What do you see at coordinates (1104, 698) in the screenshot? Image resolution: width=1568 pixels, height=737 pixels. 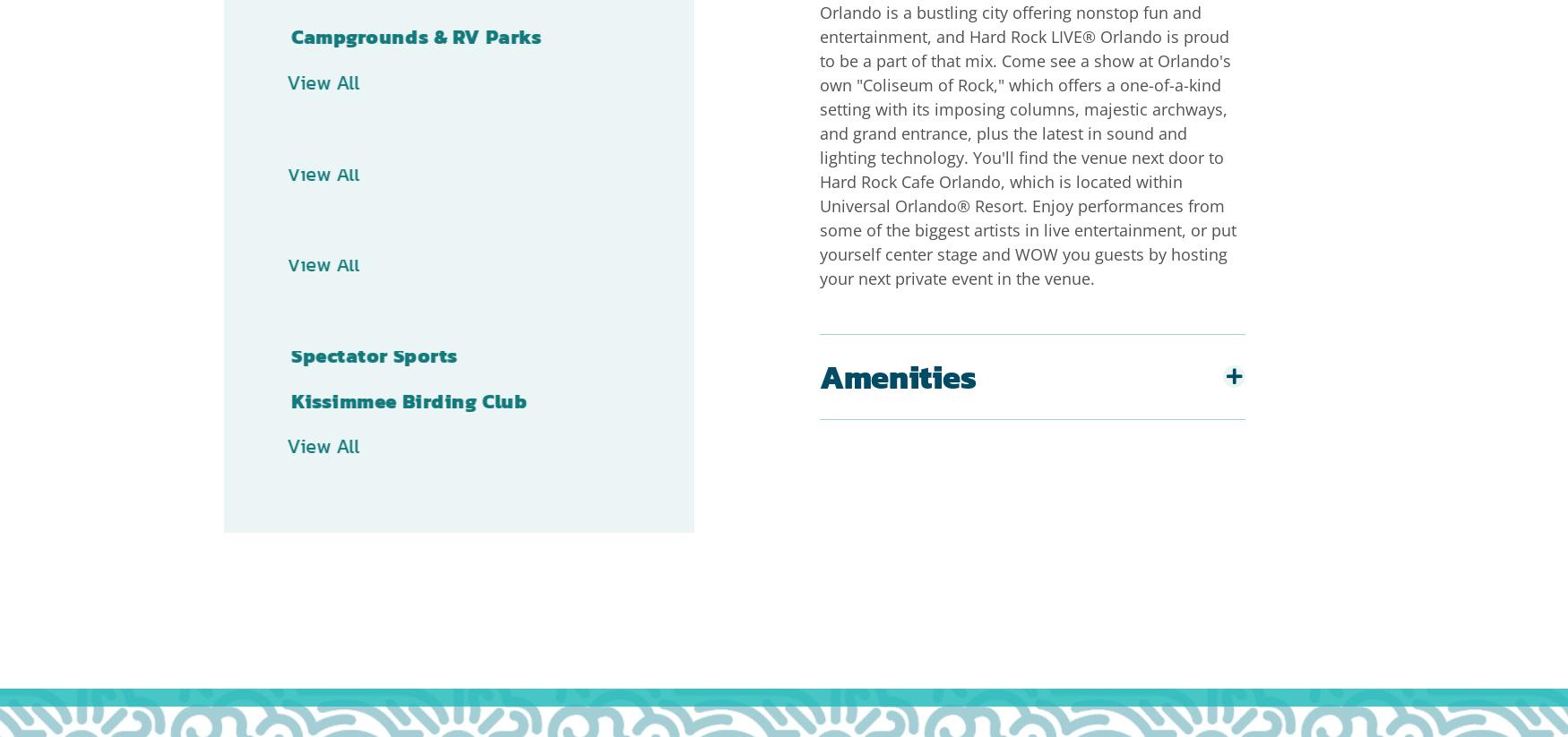 I see `'Press'` at bounding box center [1104, 698].